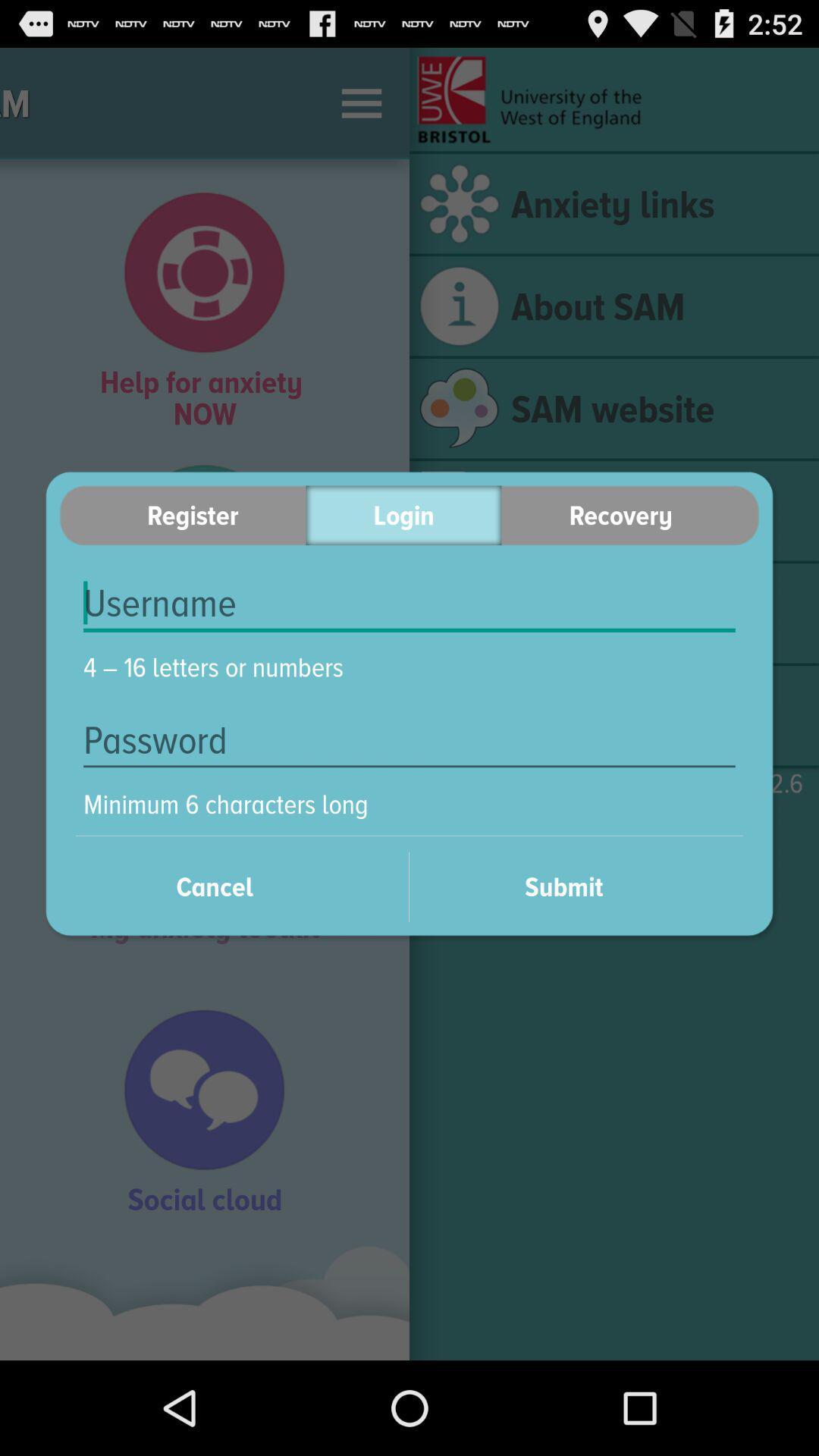  I want to click on the item above the minimum 6 characters, so click(409, 740).